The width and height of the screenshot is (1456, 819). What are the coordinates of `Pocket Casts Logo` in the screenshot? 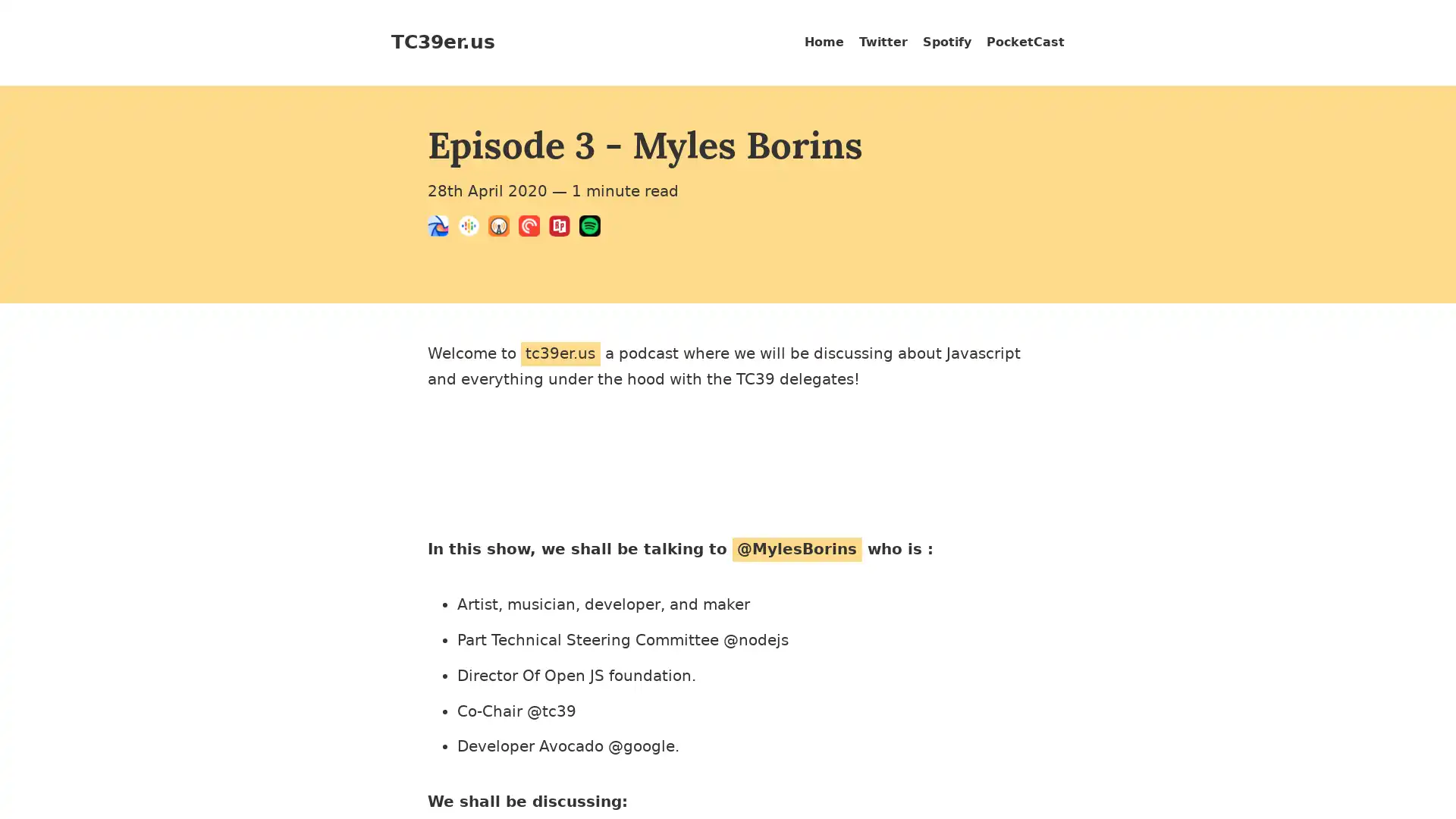 It's located at (534, 228).